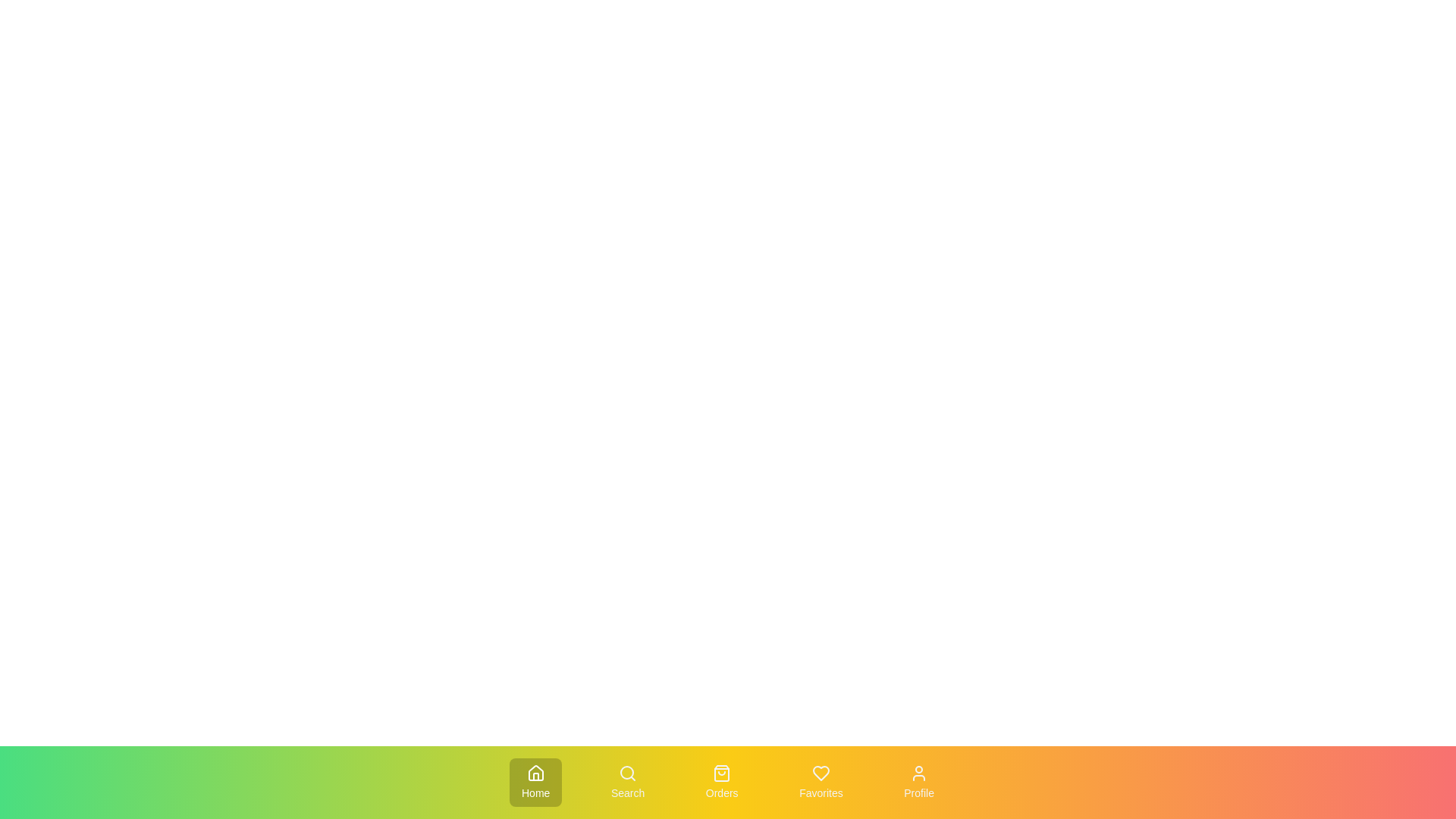 The image size is (1456, 819). What do you see at coordinates (720, 783) in the screenshot?
I see `the Orders tab to activate it` at bounding box center [720, 783].